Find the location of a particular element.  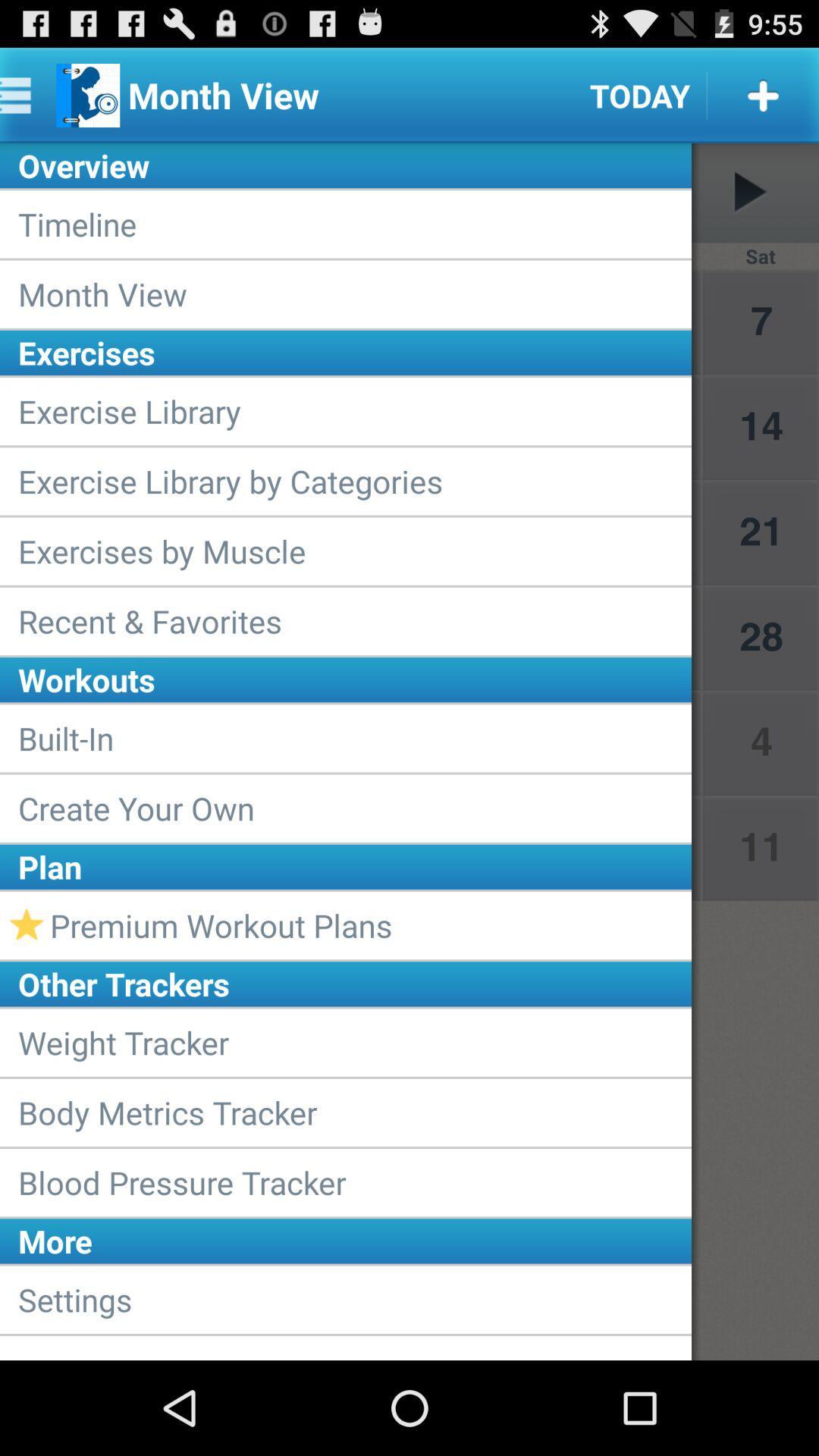

the play icon is located at coordinates (749, 206).